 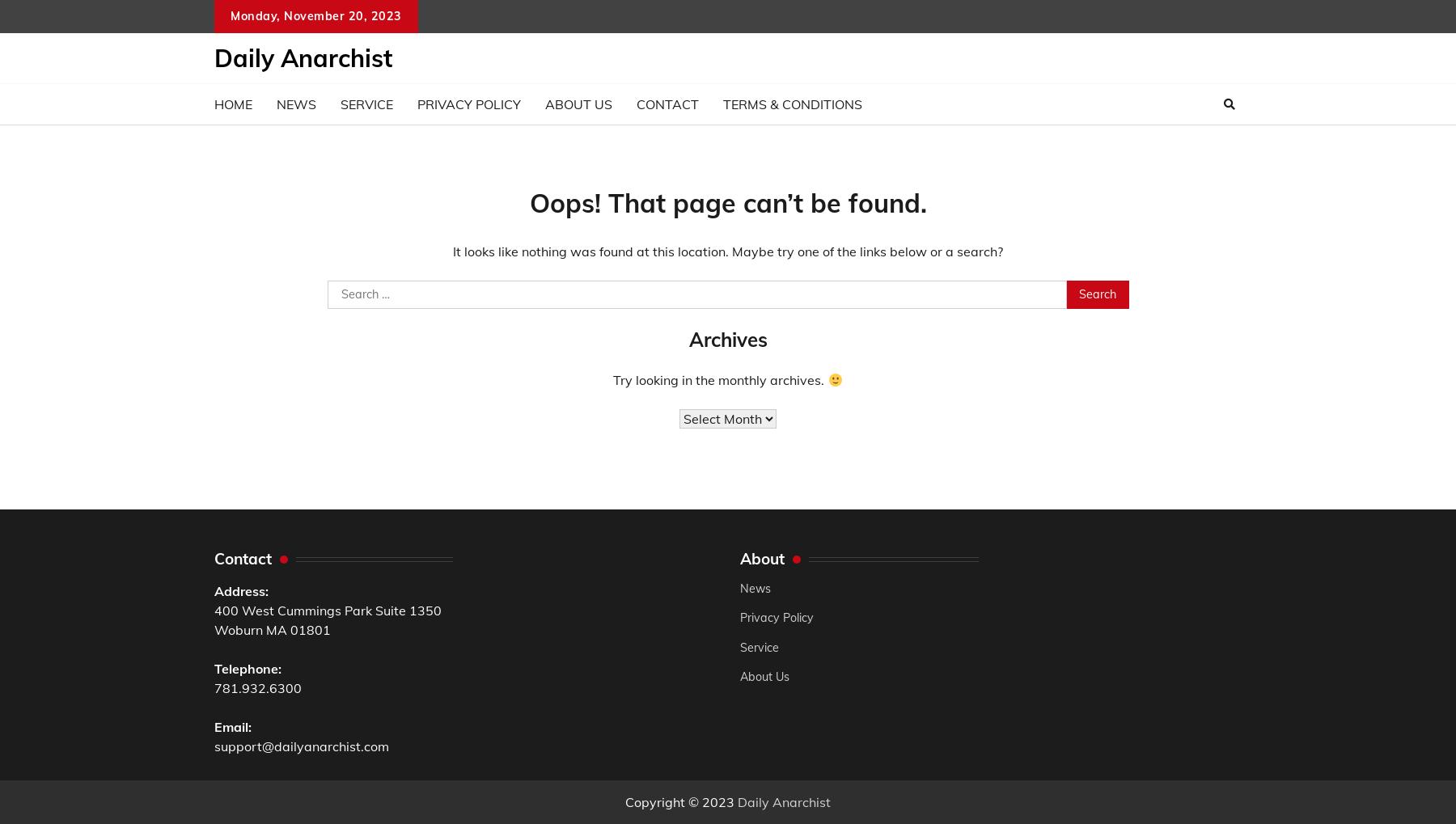 What do you see at coordinates (213, 726) in the screenshot?
I see `'Email:'` at bounding box center [213, 726].